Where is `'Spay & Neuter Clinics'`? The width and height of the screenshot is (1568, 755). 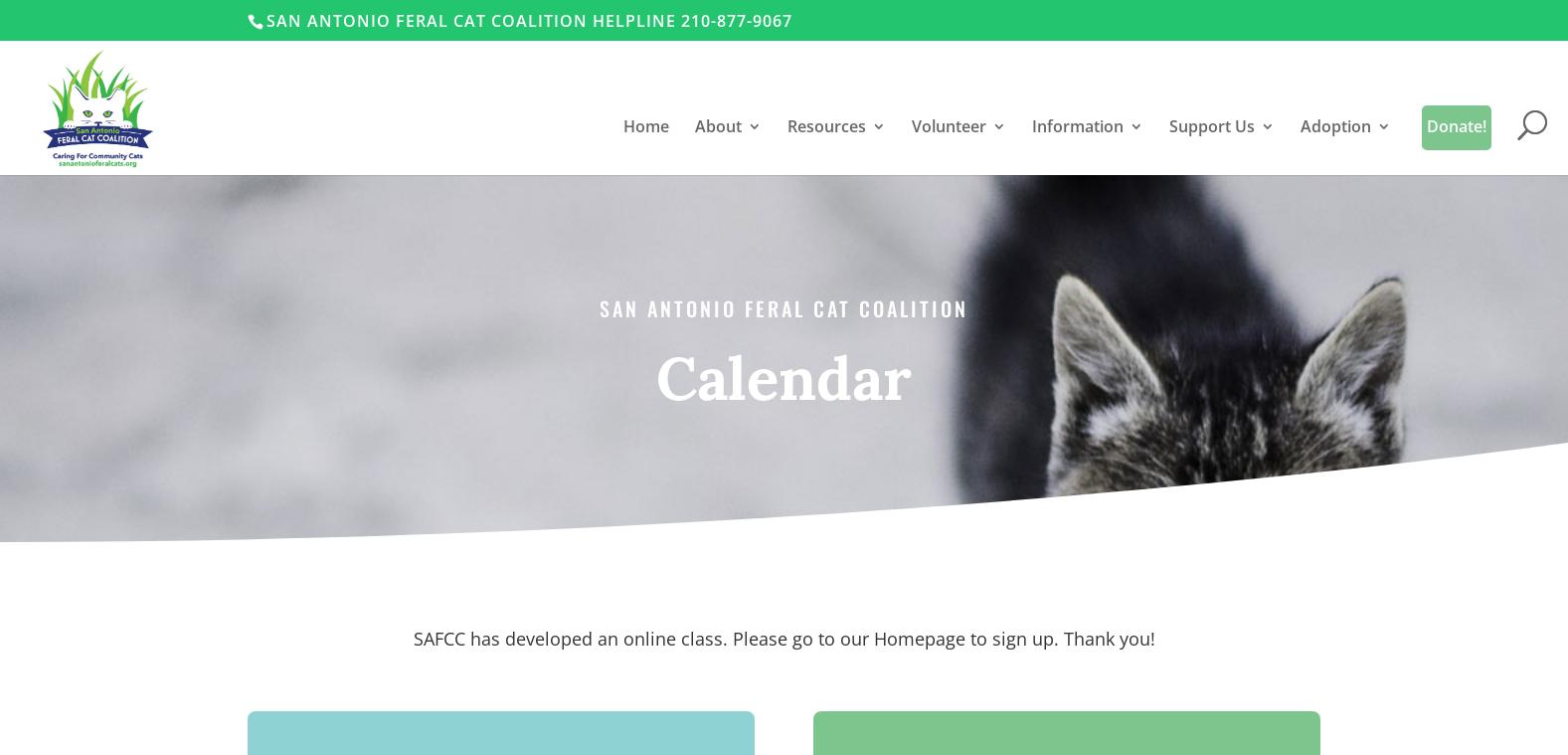 'Spay & Neuter Clinics' is located at coordinates (899, 262).